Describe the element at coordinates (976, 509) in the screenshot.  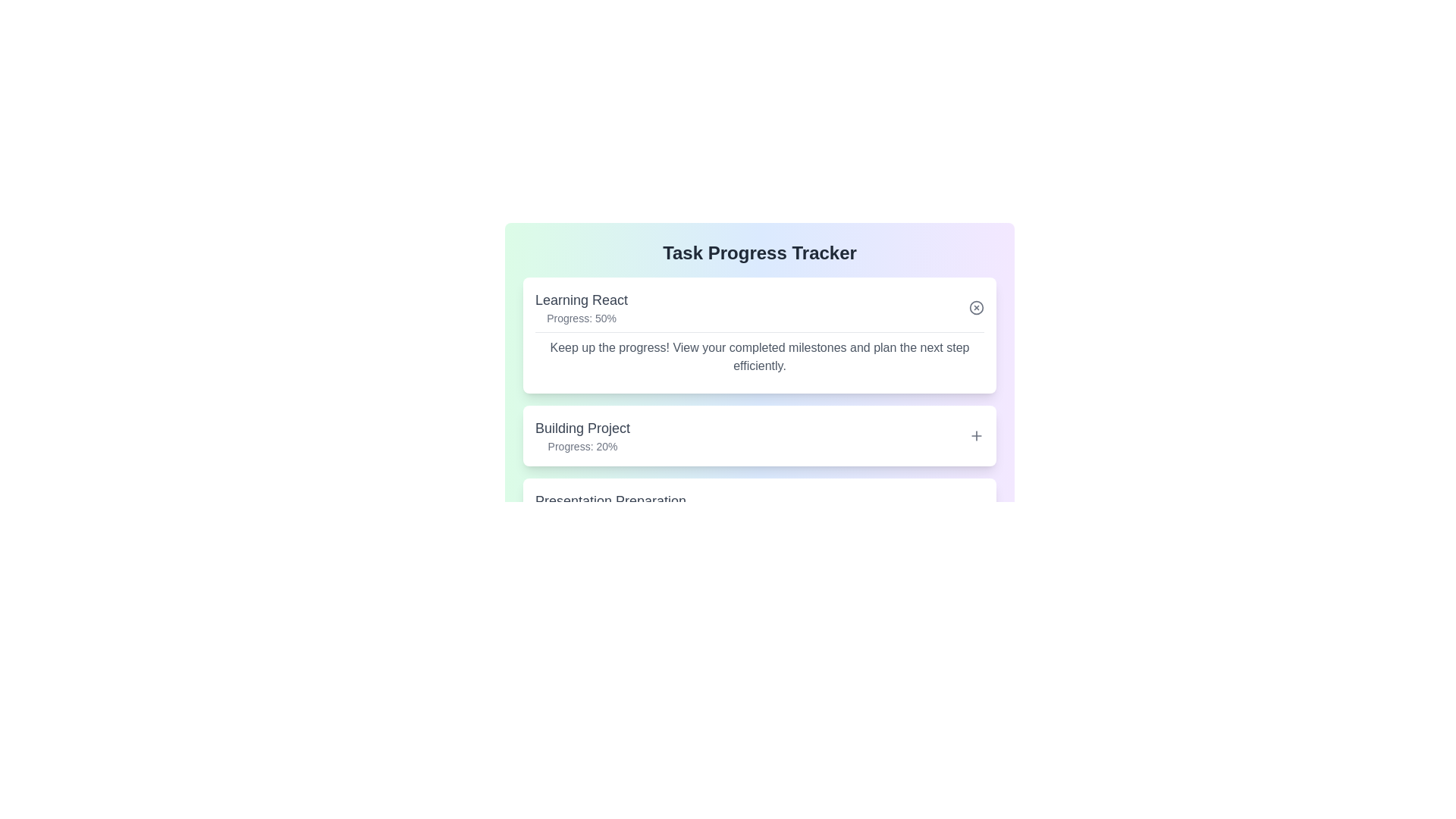
I see `toggle button for the task titled 'Presentation Preparation' to expand or collapse its details` at that location.